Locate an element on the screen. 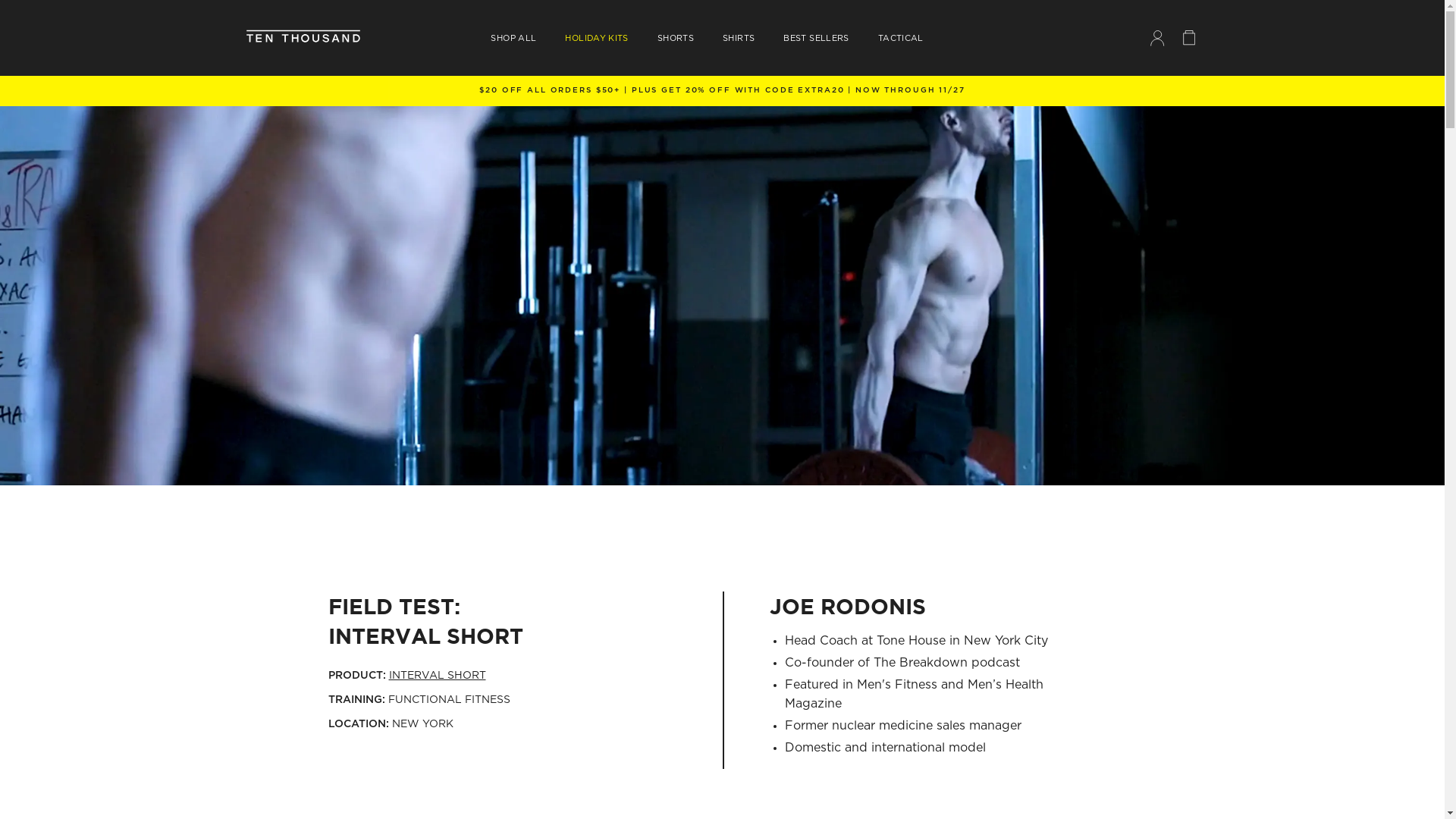 Image resolution: width=1456 pixels, height=819 pixels. 'HOLIDAY KITS' is located at coordinates (549, 37).